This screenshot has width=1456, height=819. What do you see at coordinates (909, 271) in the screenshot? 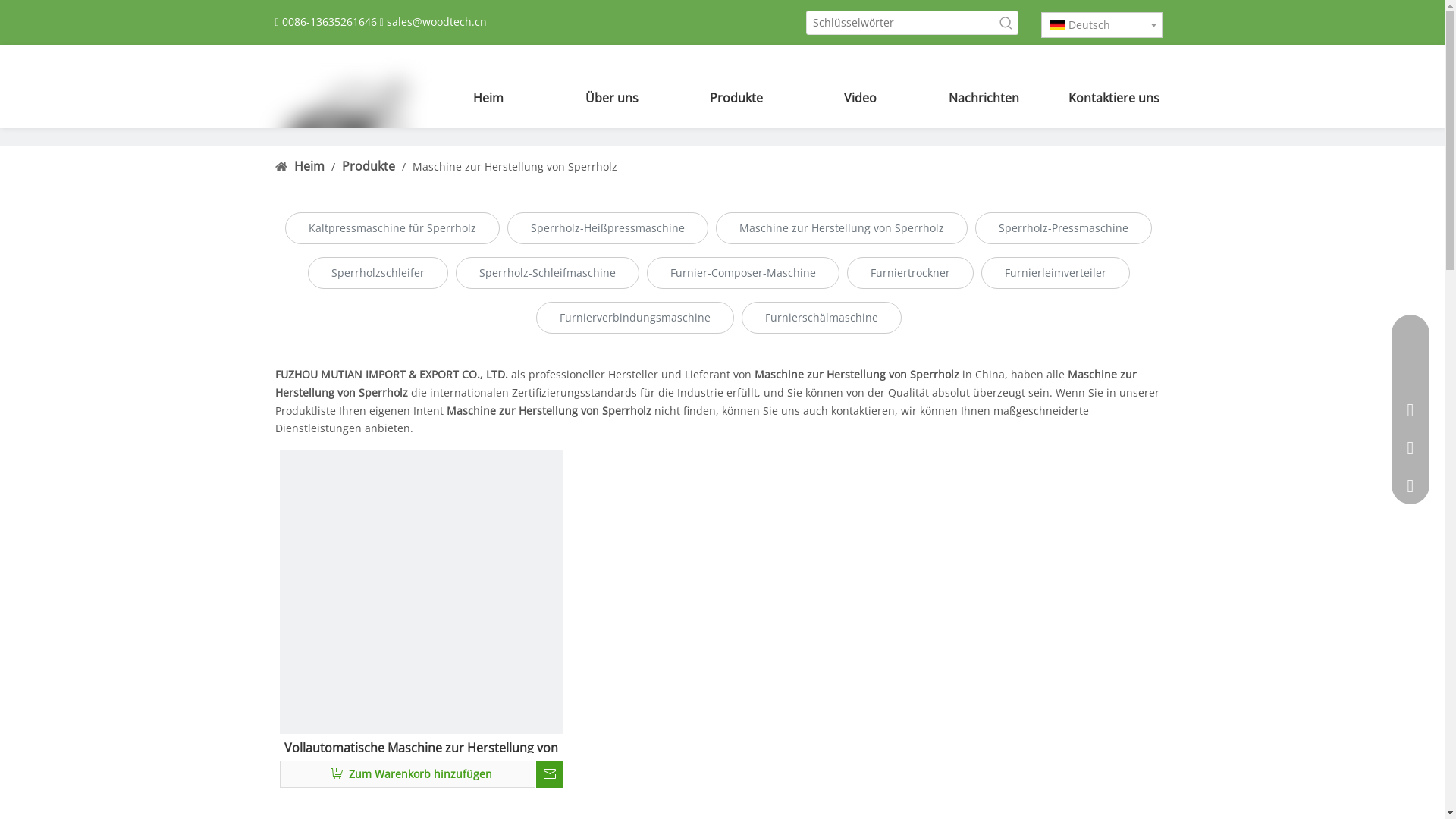
I see `'Furniertrockner'` at bounding box center [909, 271].